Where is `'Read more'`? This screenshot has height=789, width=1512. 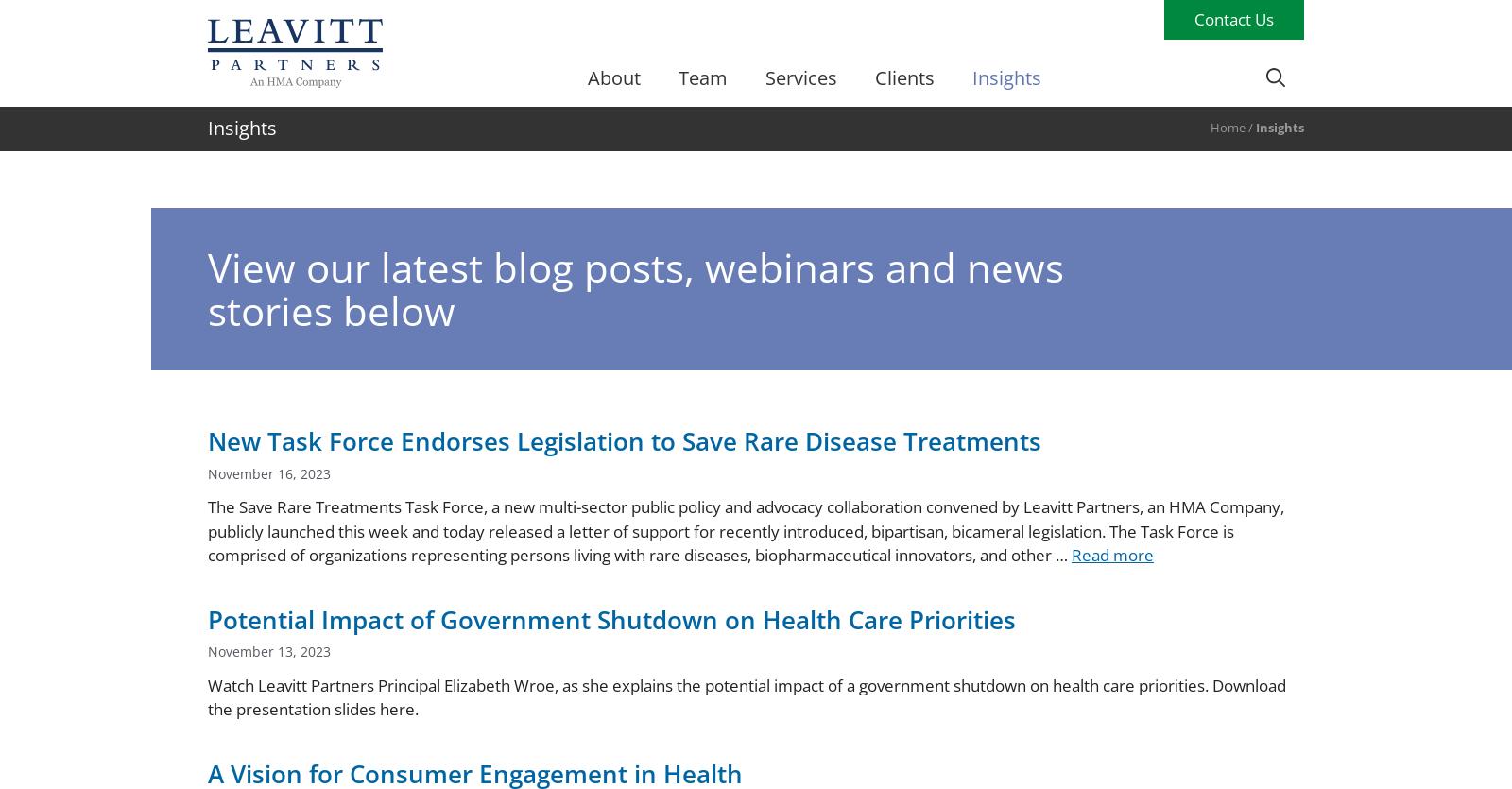
'Read more' is located at coordinates (1112, 554).